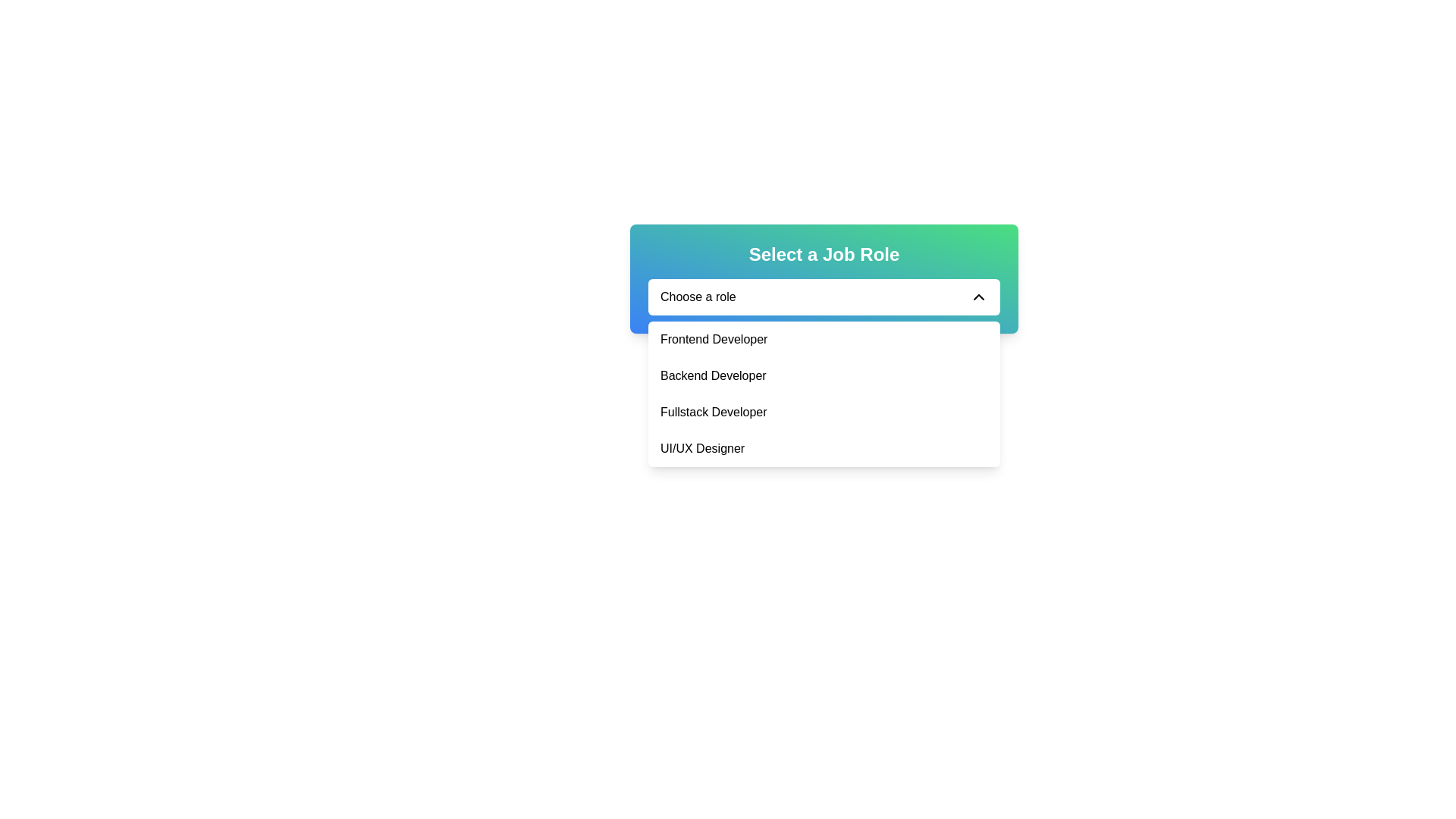 The height and width of the screenshot is (819, 1456). Describe the element at coordinates (979, 297) in the screenshot. I see `the chevron icon on the right side of the selection box labeled 'Choose a role'` at that location.